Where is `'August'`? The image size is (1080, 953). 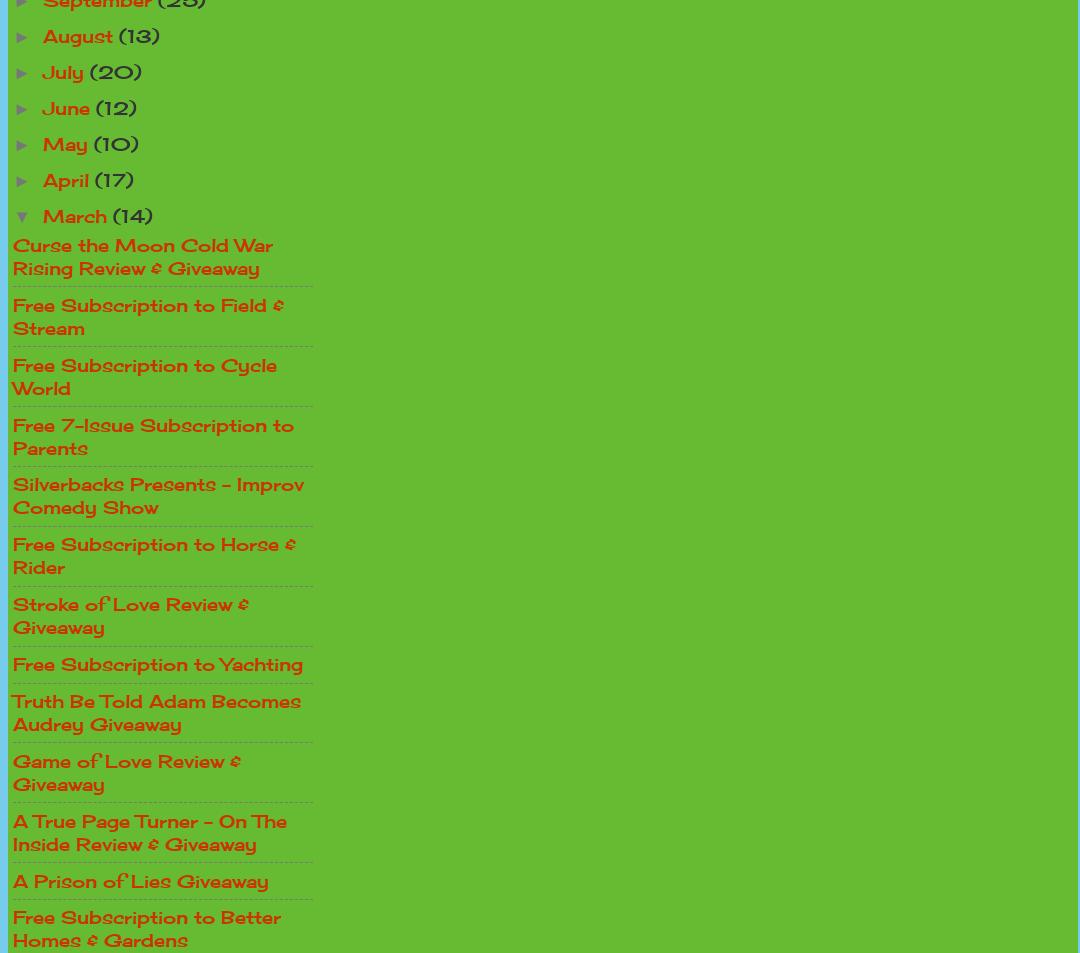
'August' is located at coordinates (80, 35).